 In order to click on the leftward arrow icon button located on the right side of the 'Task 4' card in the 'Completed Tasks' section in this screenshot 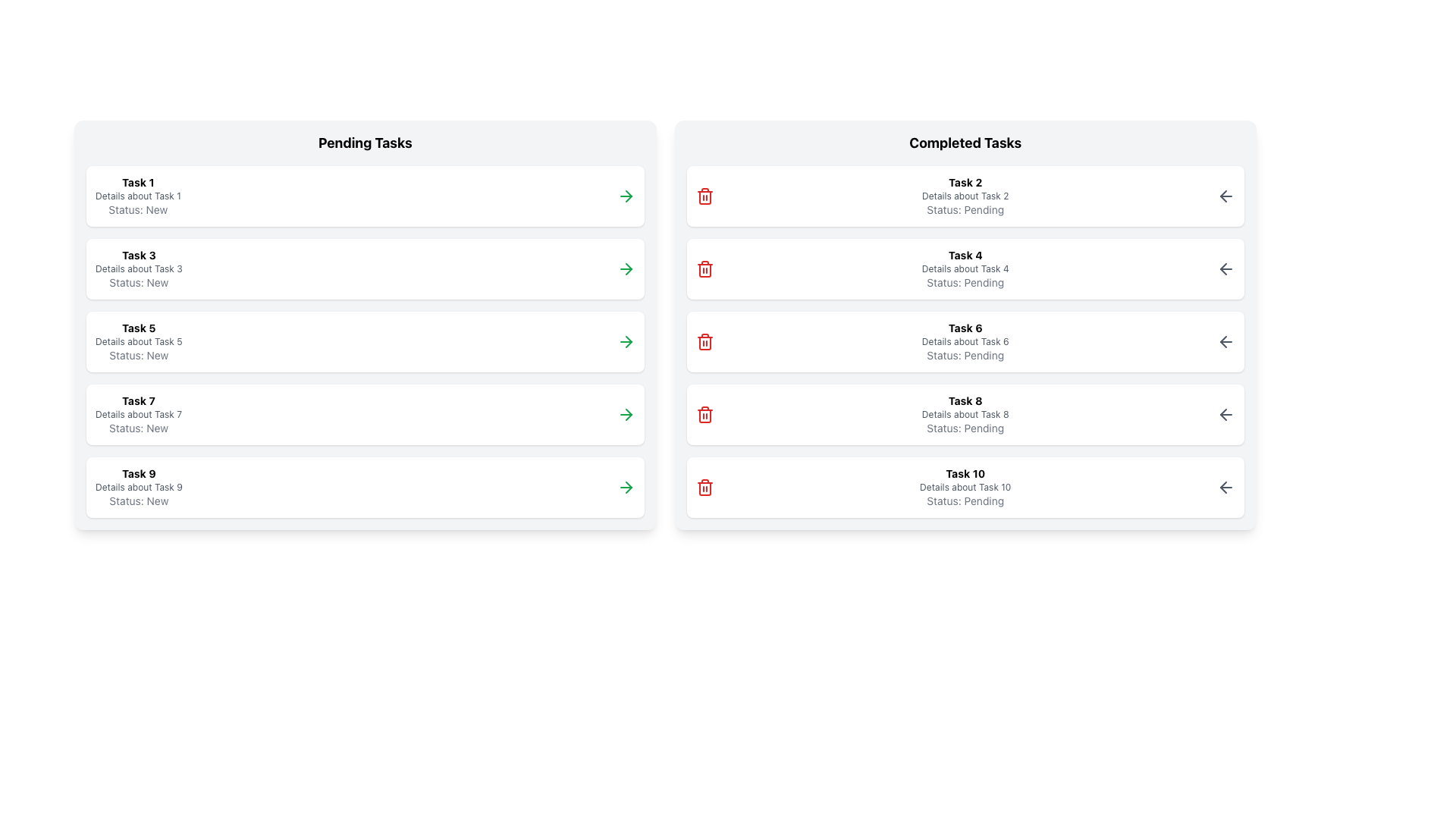, I will do `click(1226, 268)`.